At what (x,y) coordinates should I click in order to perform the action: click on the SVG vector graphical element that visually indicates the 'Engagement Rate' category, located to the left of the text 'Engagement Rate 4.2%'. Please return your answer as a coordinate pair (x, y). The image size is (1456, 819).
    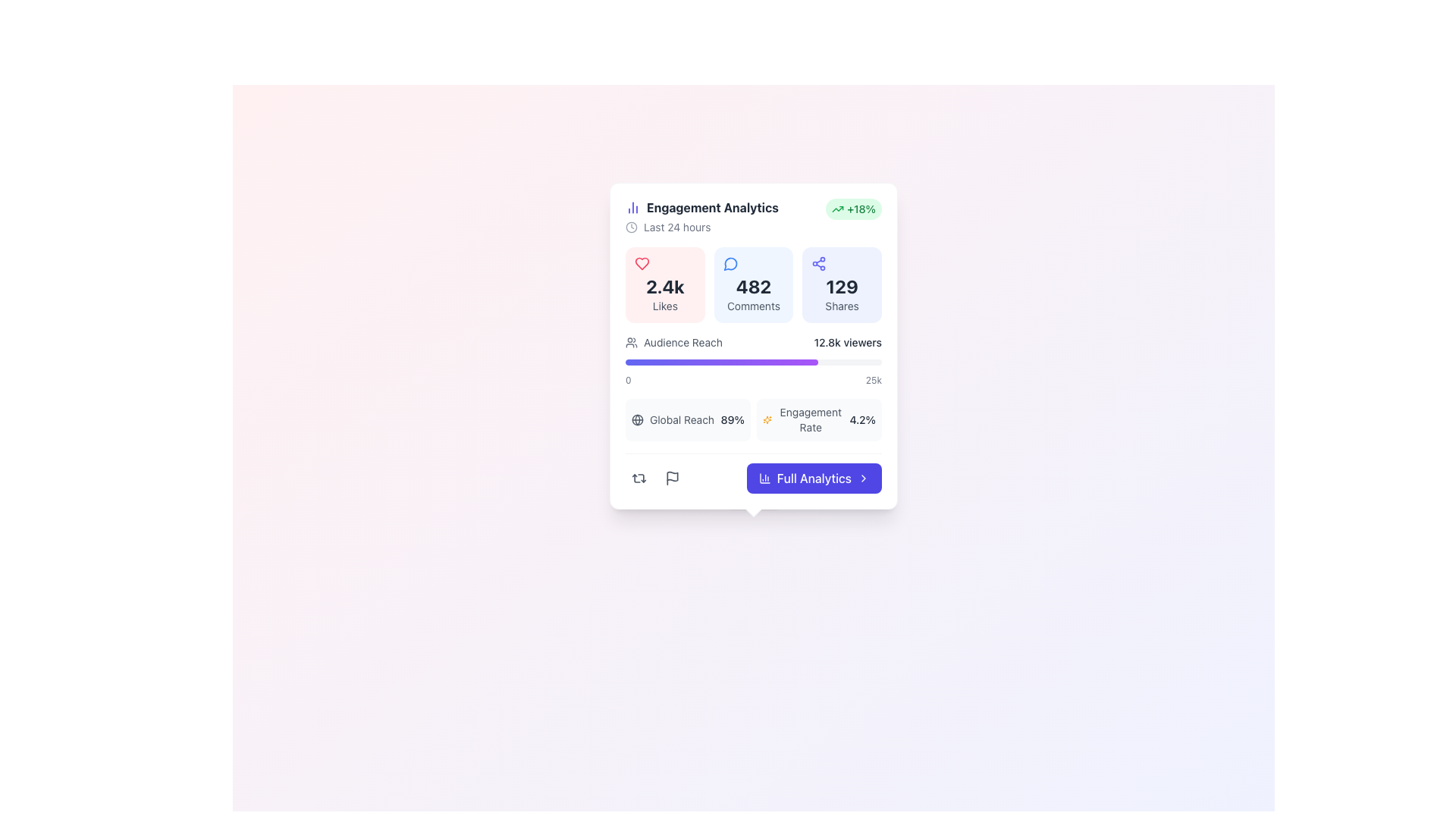
    Looking at the image, I should click on (767, 420).